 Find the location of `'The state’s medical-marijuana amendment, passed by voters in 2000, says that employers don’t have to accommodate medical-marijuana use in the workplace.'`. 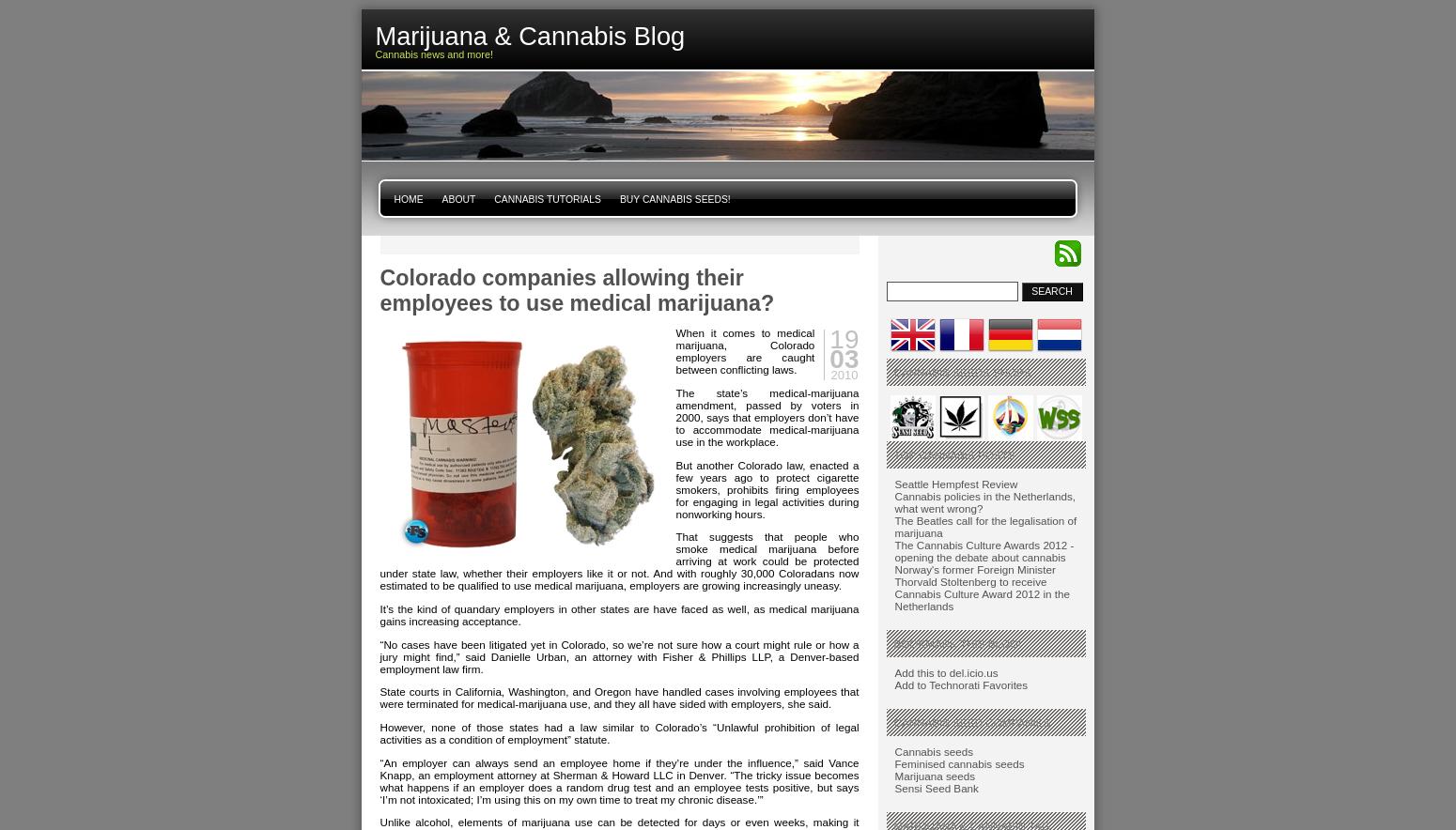

'The state’s medical-marijuana amendment, passed by voters in 2000, says that employers don’t have to accommodate medical-marijuana use in the workplace.' is located at coordinates (766, 416).